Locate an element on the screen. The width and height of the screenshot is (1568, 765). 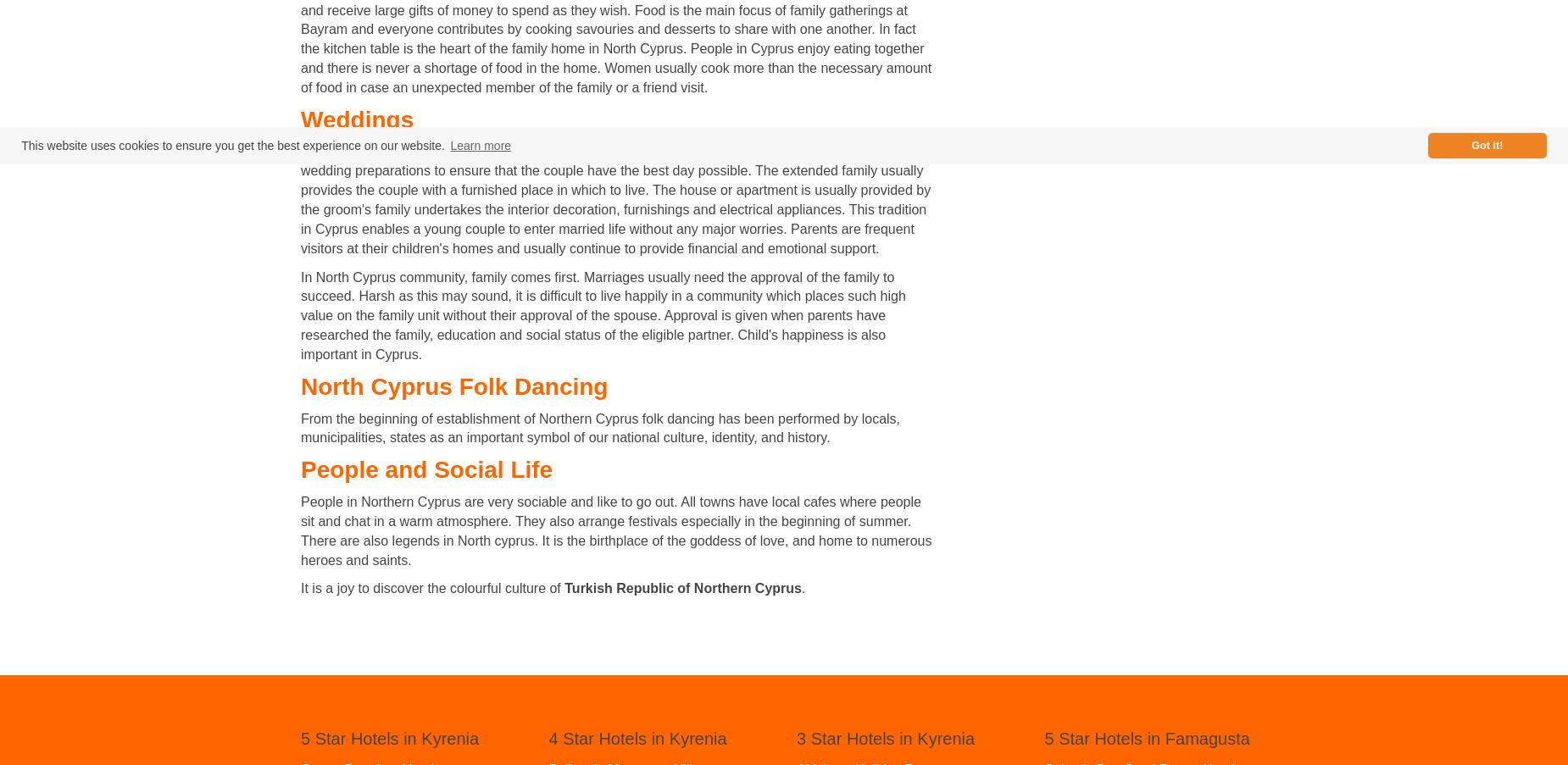
'3 Star Hotels in Kyrenia' is located at coordinates (795, 739).